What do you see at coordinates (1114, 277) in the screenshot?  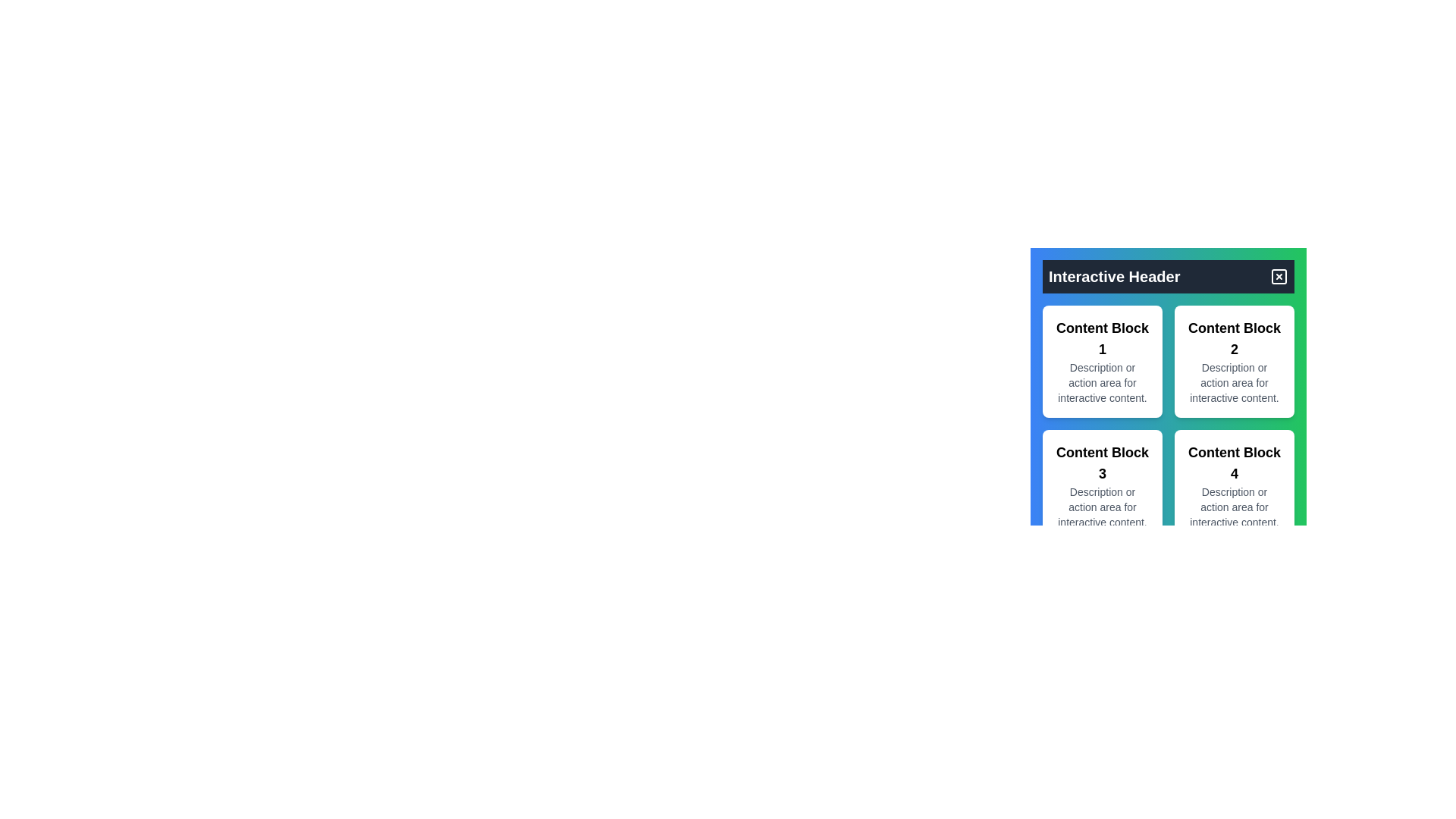 I see `the 'Interactive Header' text element, which is bold and large, displayed in white over a dark background` at bounding box center [1114, 277].